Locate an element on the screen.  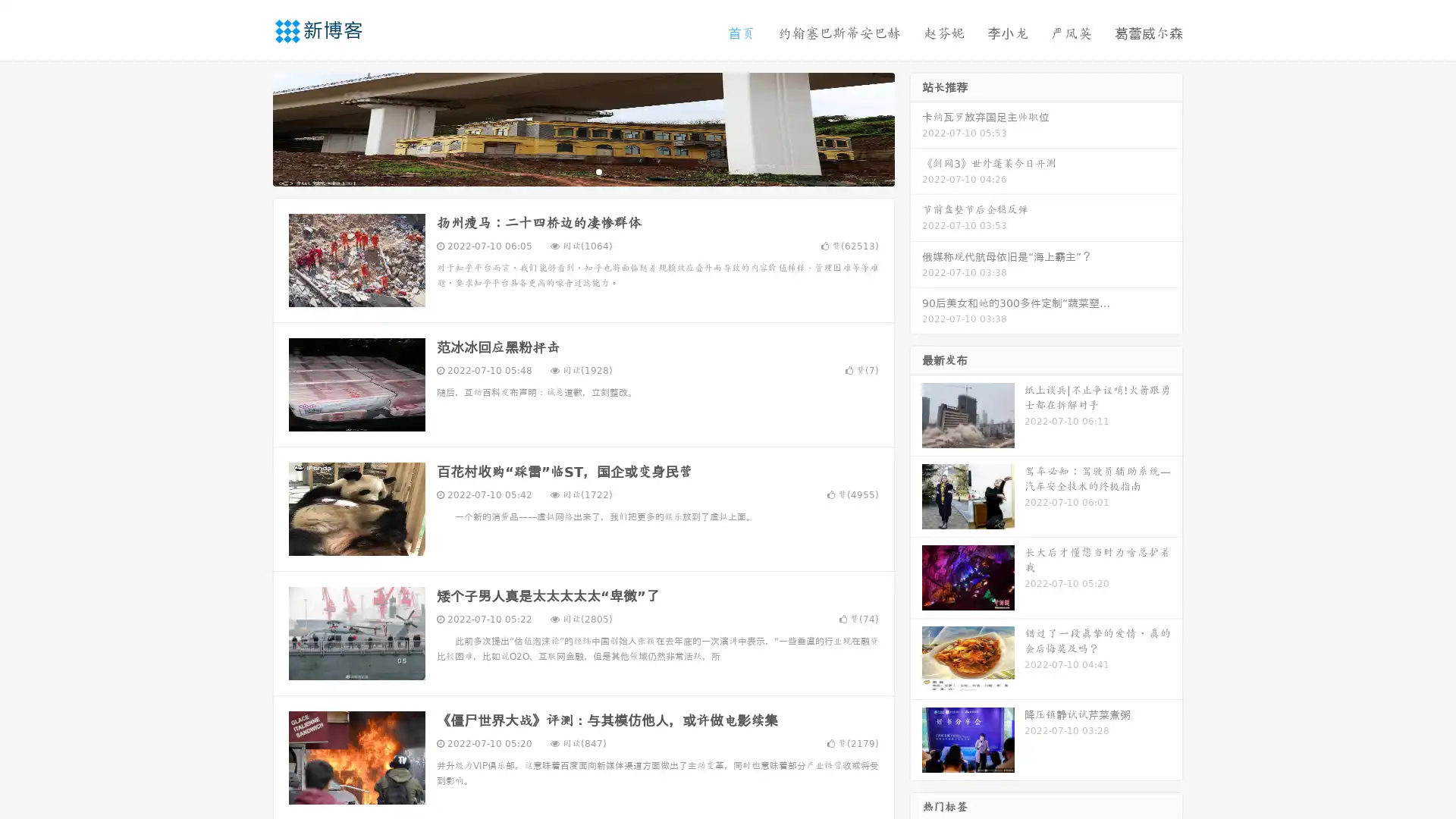
Go to slide 1 is located at coordinates (567, 171).